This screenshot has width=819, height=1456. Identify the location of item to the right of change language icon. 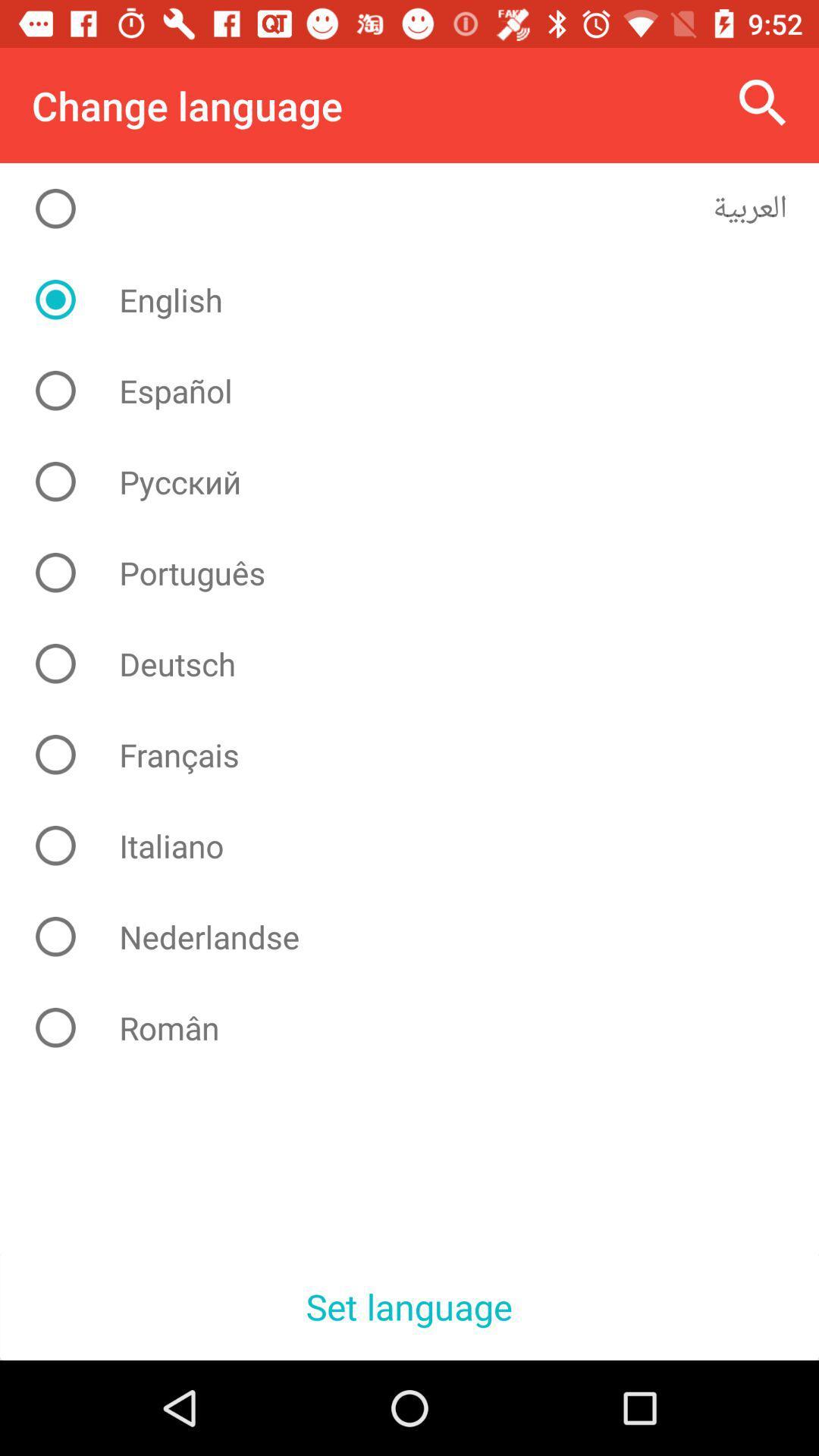
(763, 102).